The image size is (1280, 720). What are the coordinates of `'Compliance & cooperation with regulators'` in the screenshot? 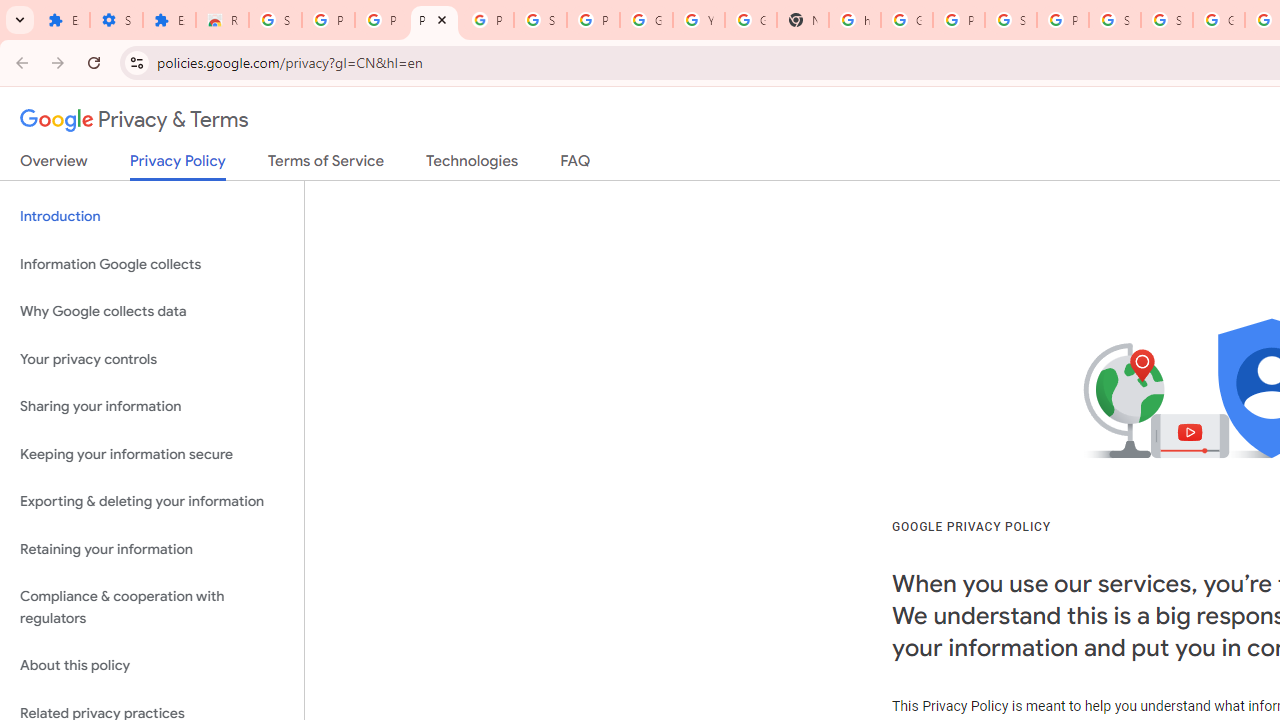 It's located at (151, 607).